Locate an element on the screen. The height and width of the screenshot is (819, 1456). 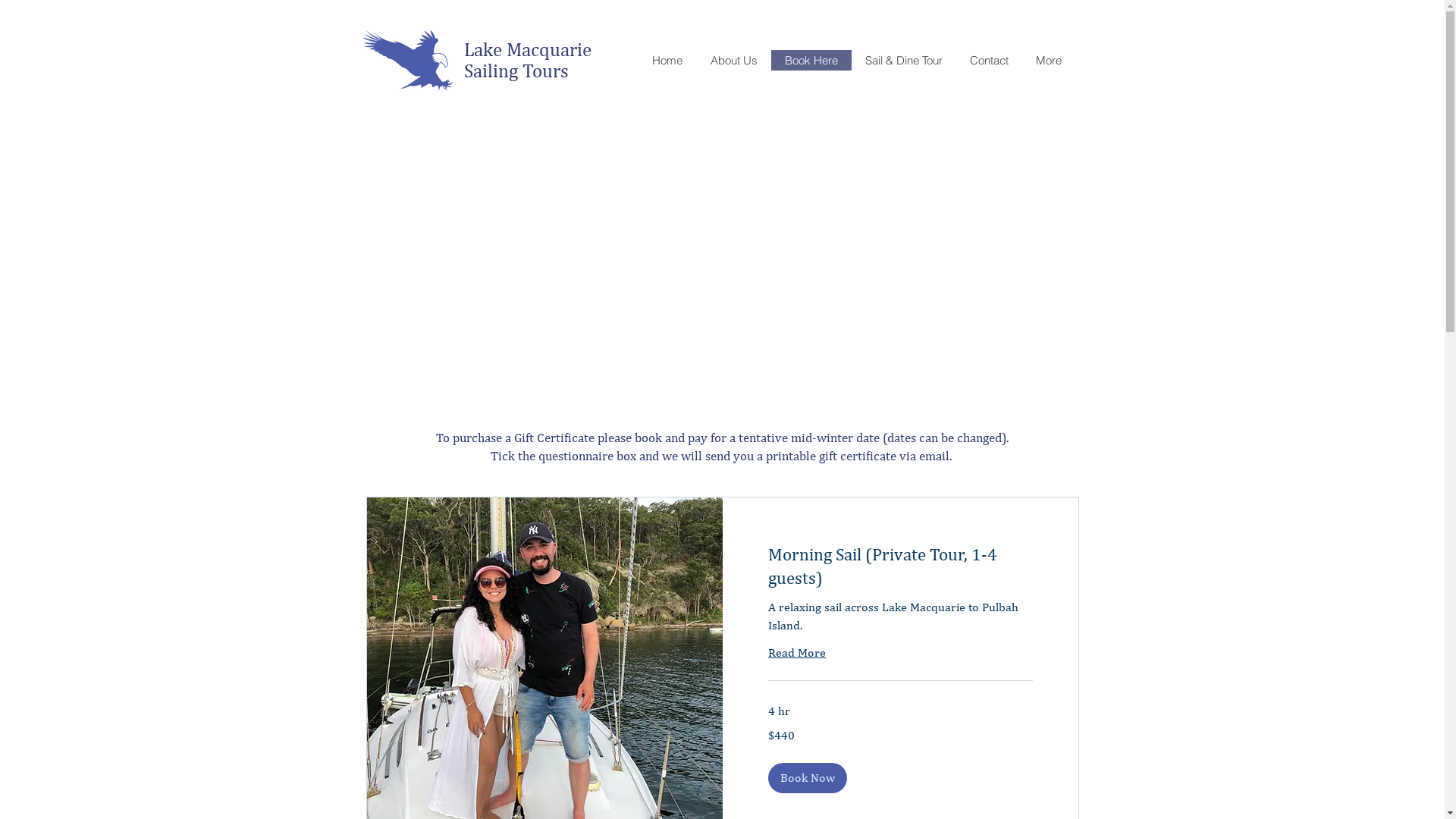
'Lake Macquarie is located at coordinates (530, 58).